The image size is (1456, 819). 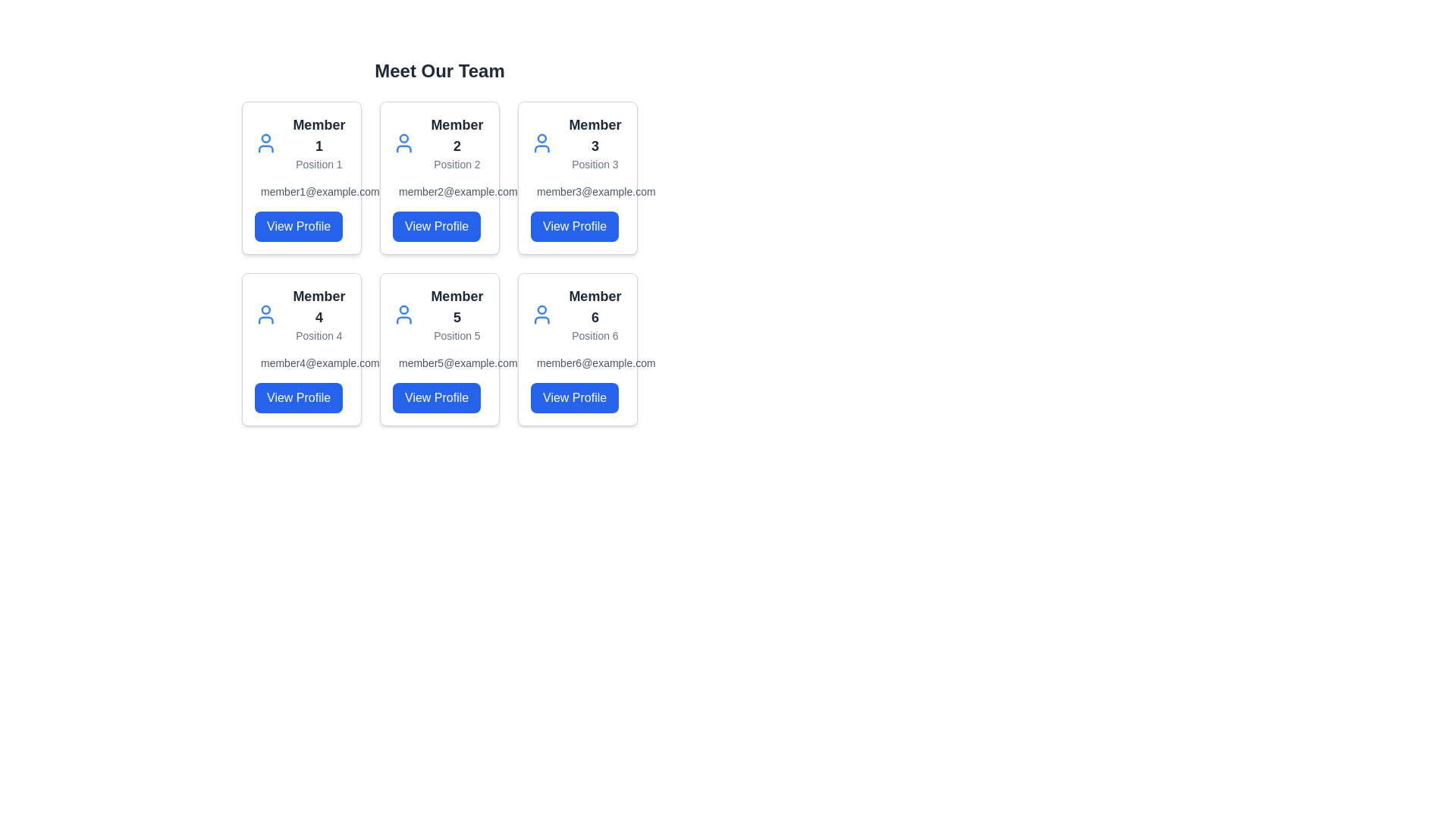 What do you see at coordinates (403, 319) in the screenshot?
I see `the lower portion of the user icon located at the top of the 'Member 5' profile card in the second row, middle column of the grid layout` at bounding box center [403, 319].